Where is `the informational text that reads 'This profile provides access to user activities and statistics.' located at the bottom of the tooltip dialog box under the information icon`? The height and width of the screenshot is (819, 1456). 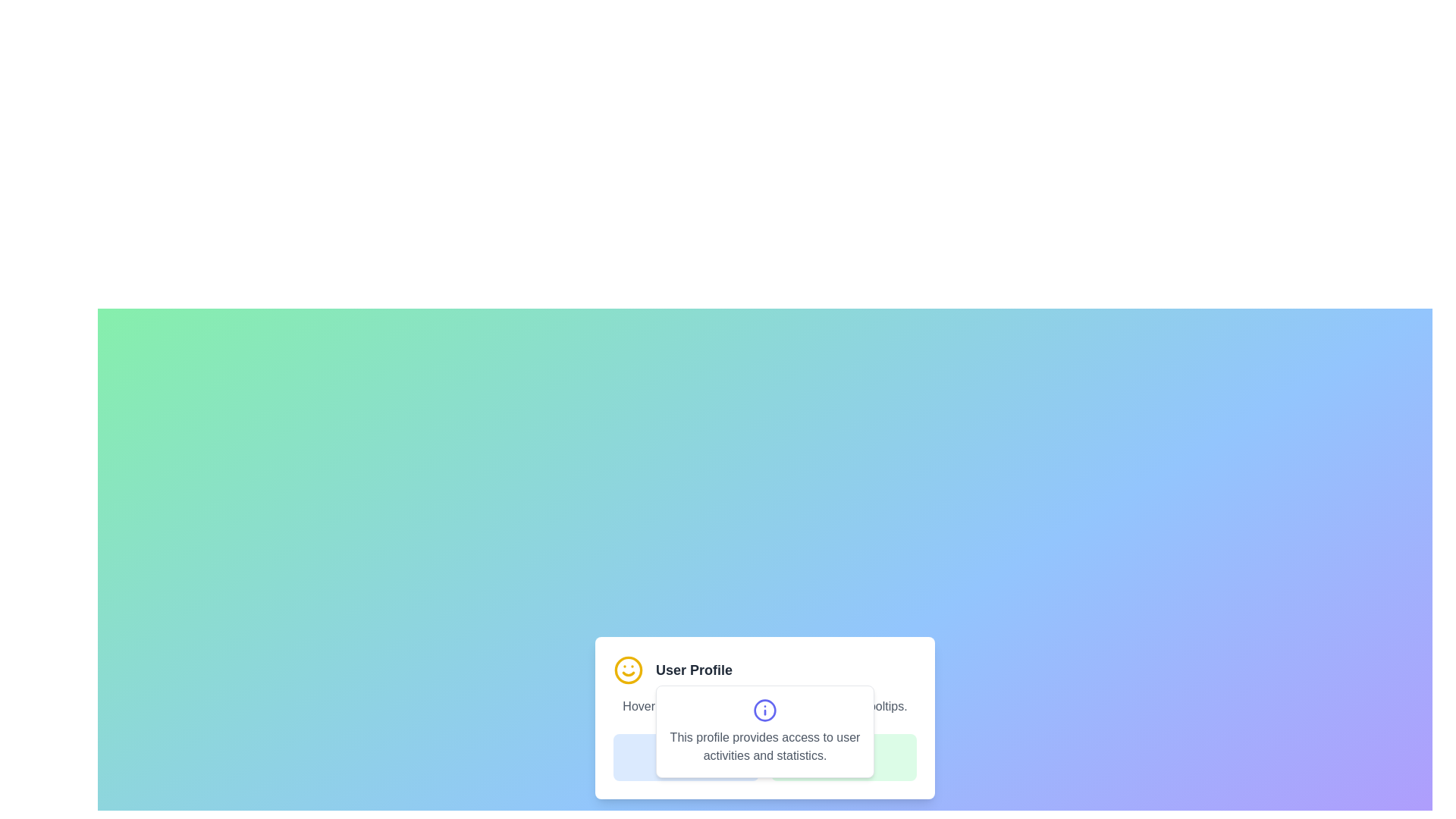
the informational text that reads 'This profile provides access to user activities and statistics.' located at the bottom of the tooltip dialog box under the information icon is located at coordinates (764, 745).